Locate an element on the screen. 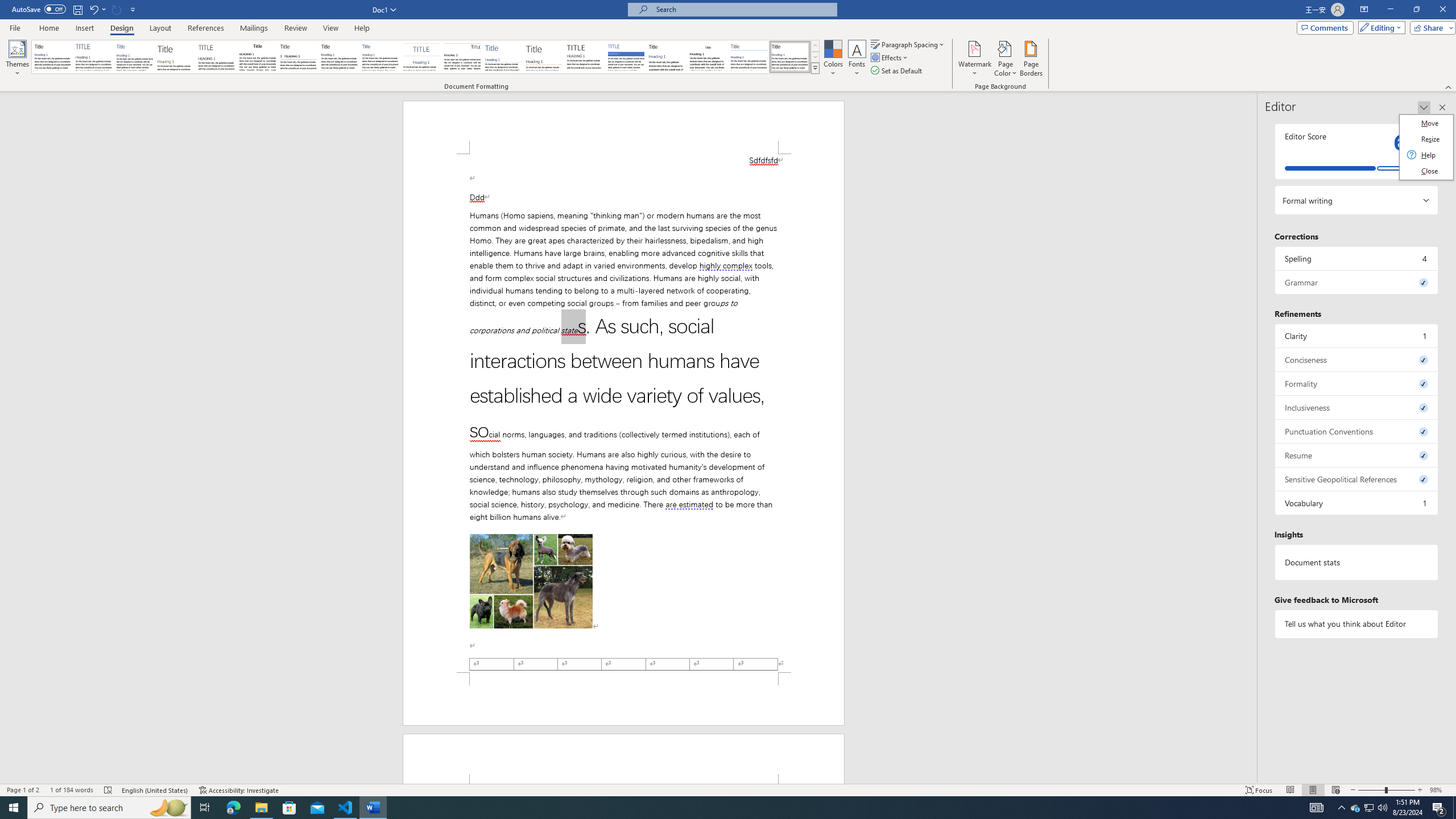 The height and width of the screenshot is (819, 1456). 'Basic (Elegant)' is located at coordinates (93, 56).